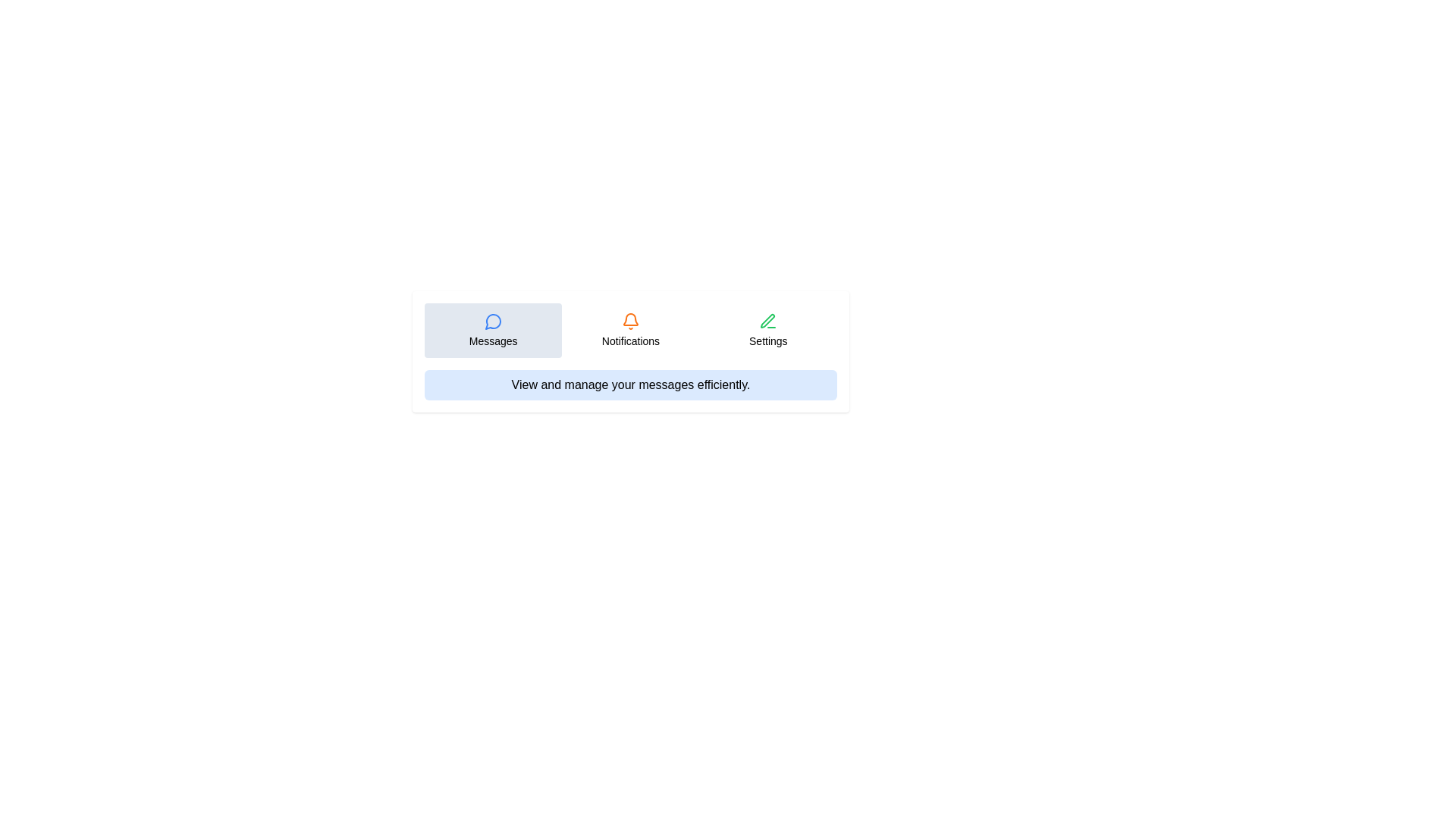  Describe the element at coordinates (767, 329) in the screenshot. I see `the tab labeled Settings` at that location.